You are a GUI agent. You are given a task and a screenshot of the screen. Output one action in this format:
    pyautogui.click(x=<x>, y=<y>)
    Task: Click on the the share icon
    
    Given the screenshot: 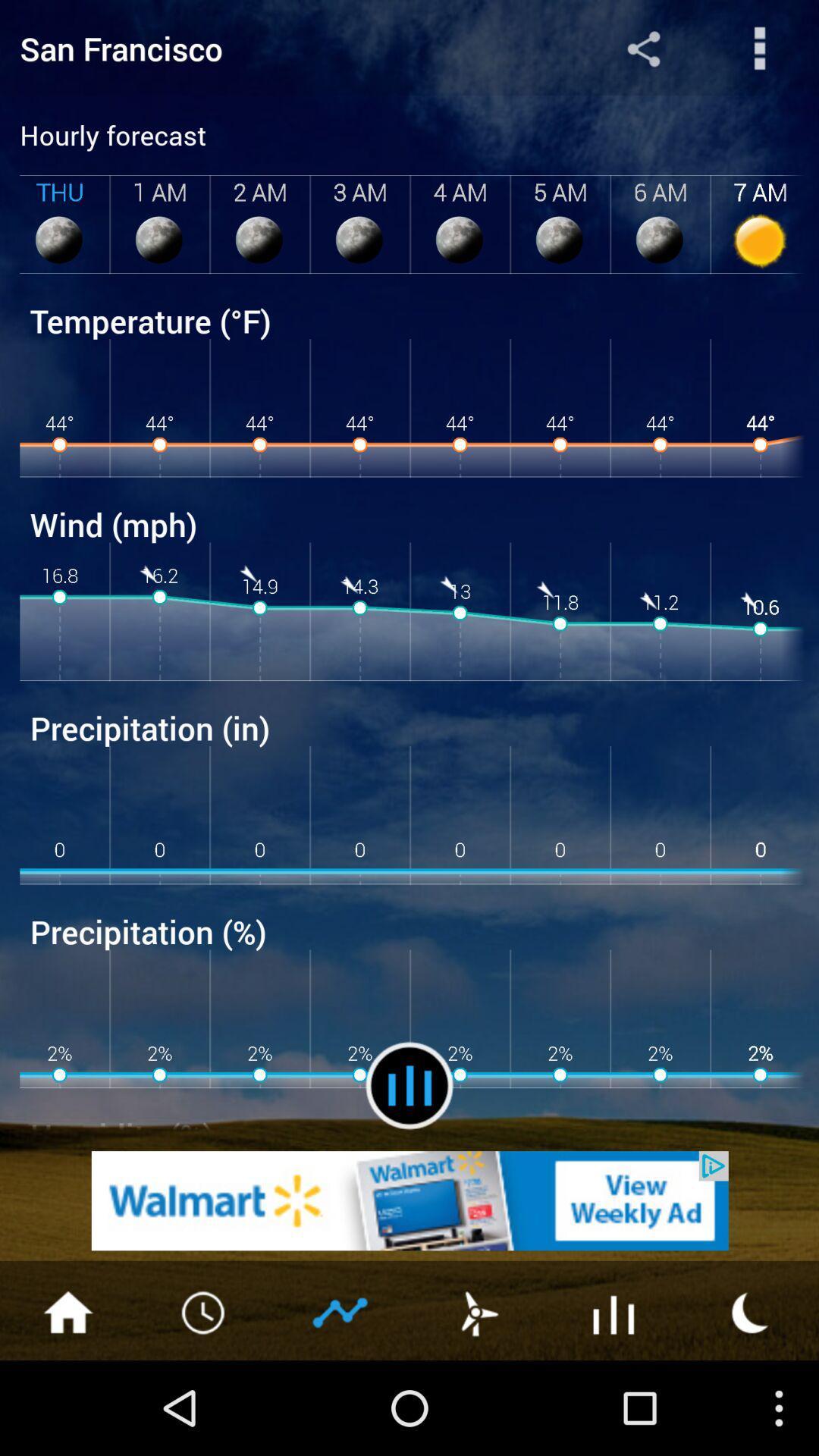 What is the action you would take?
    pyautogui.click(x=643, y=52)
    